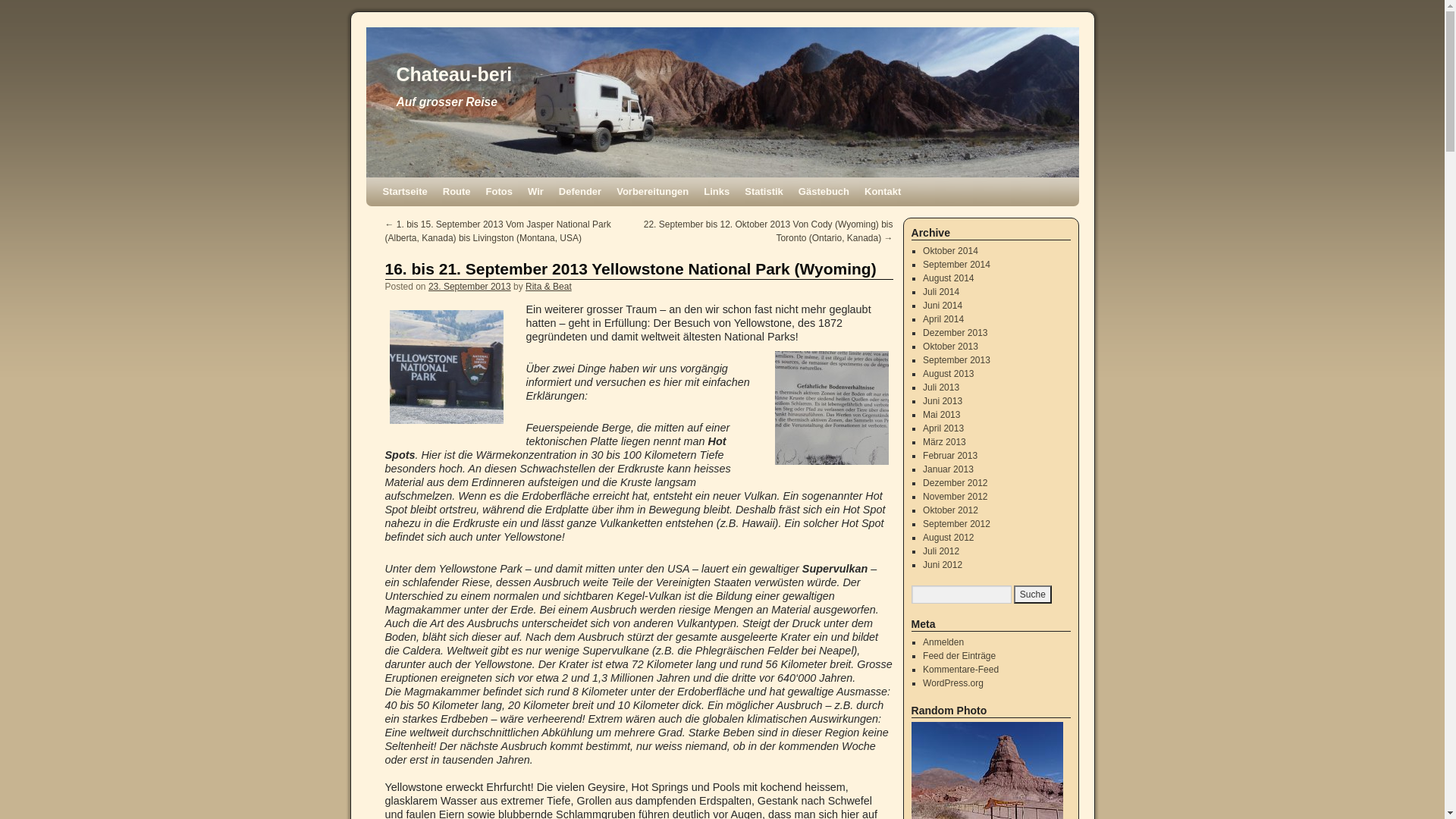  What do you see at coordinates (535, 191) in the screenshot?
I see `'Wir'` at bounding box center [535, 191].